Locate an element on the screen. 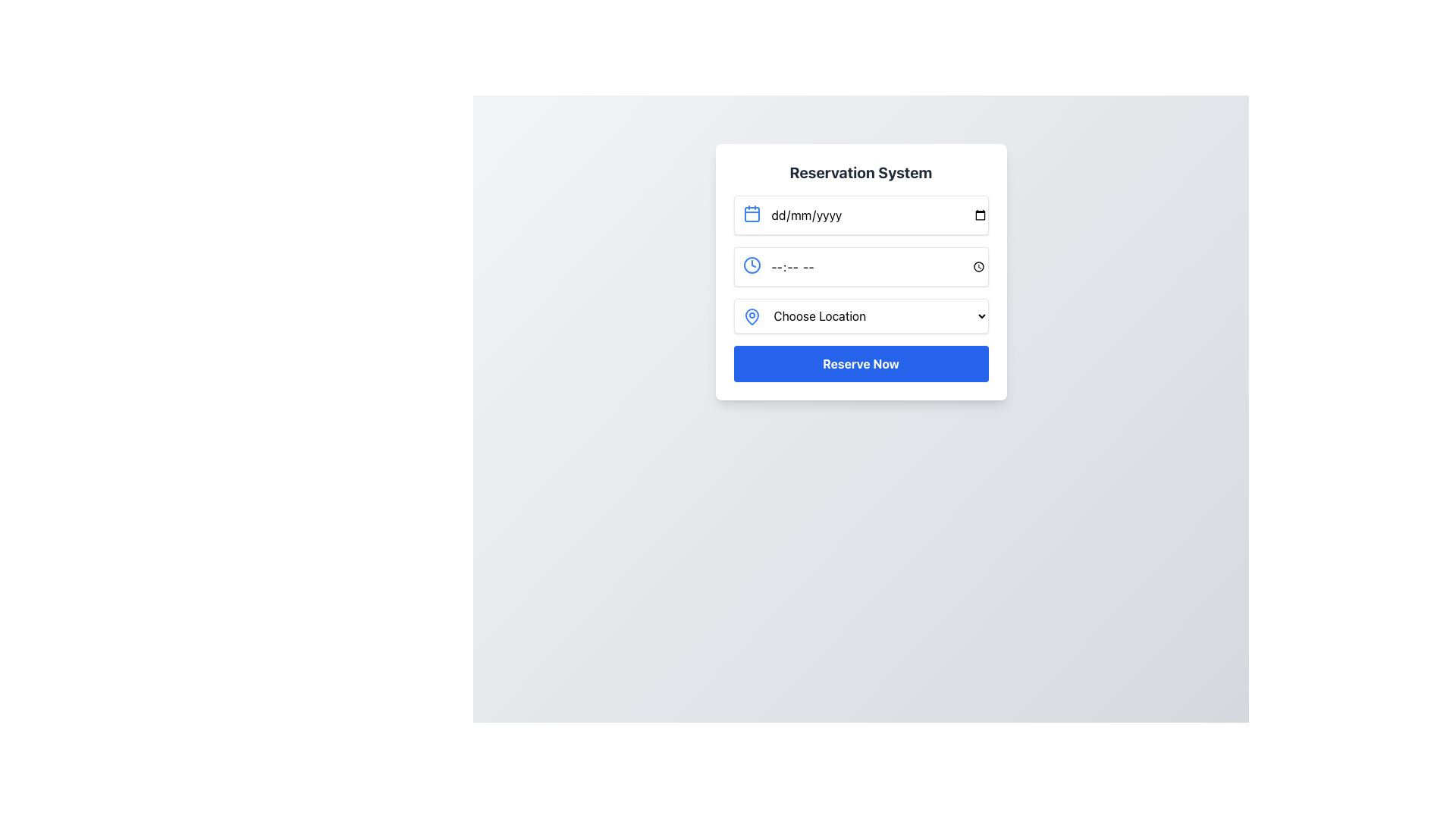  the Time Input Field, which is the second input field in the reservation system form is located at coordinates (861, 265).